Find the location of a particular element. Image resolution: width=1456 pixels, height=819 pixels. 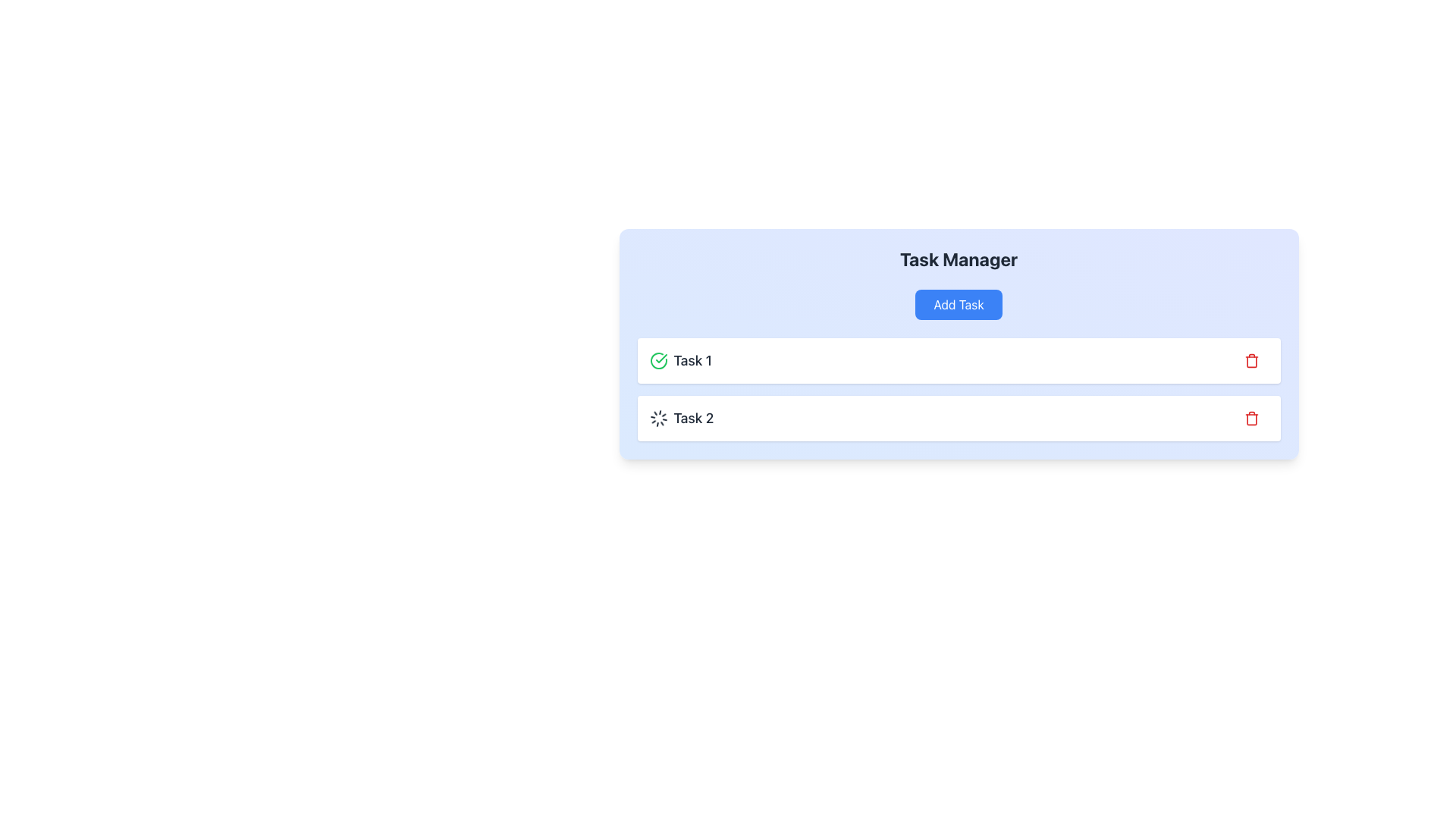

the 'Delete' icon located at the right end of the second task row in the 'Task Manager' is located at coordinates (1251, 418).